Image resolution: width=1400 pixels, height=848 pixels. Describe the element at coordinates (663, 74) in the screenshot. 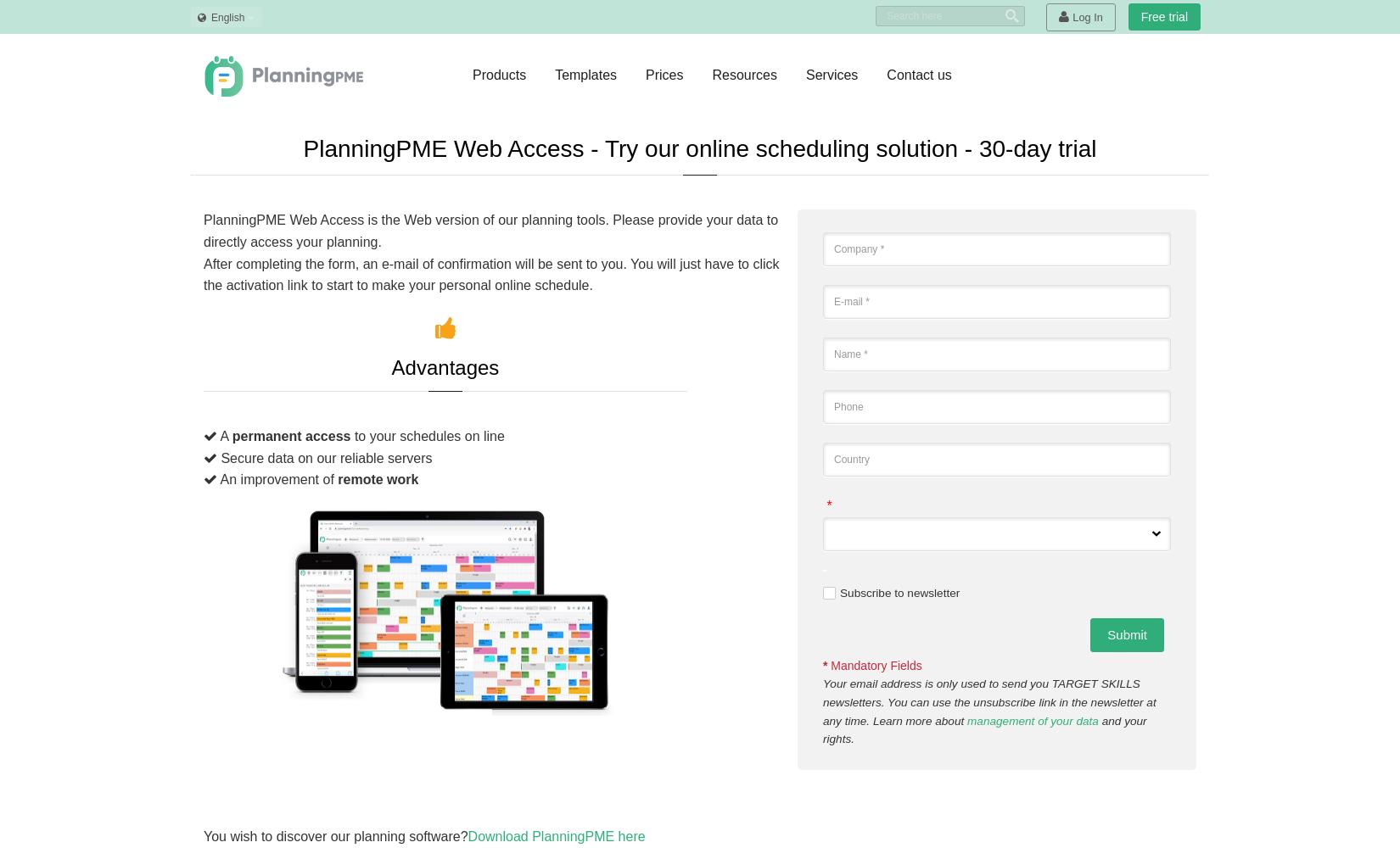

I see `'Prices'` at that location.